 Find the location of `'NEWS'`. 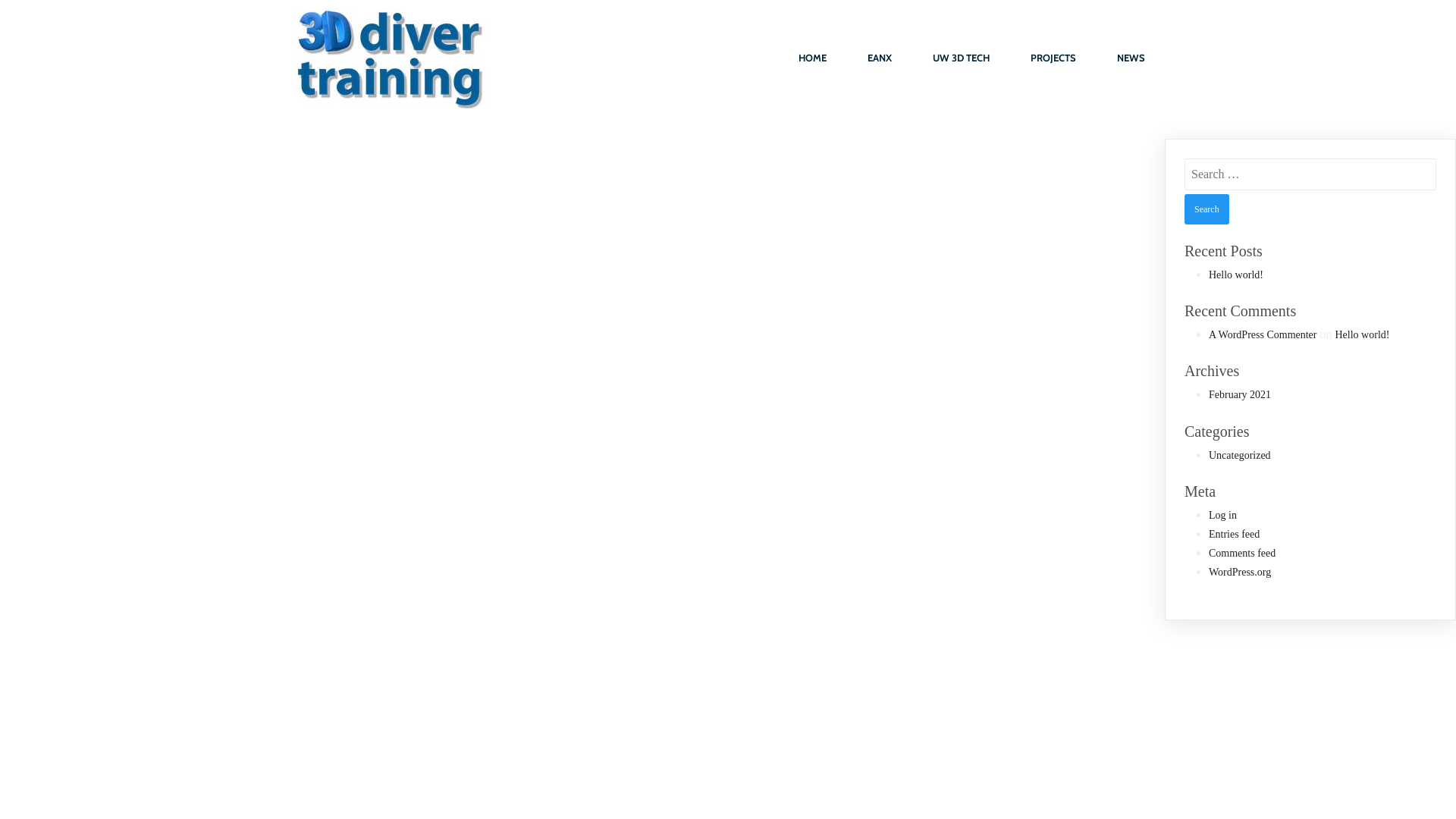

'NEWS' is located at coordinates (1131, 58).